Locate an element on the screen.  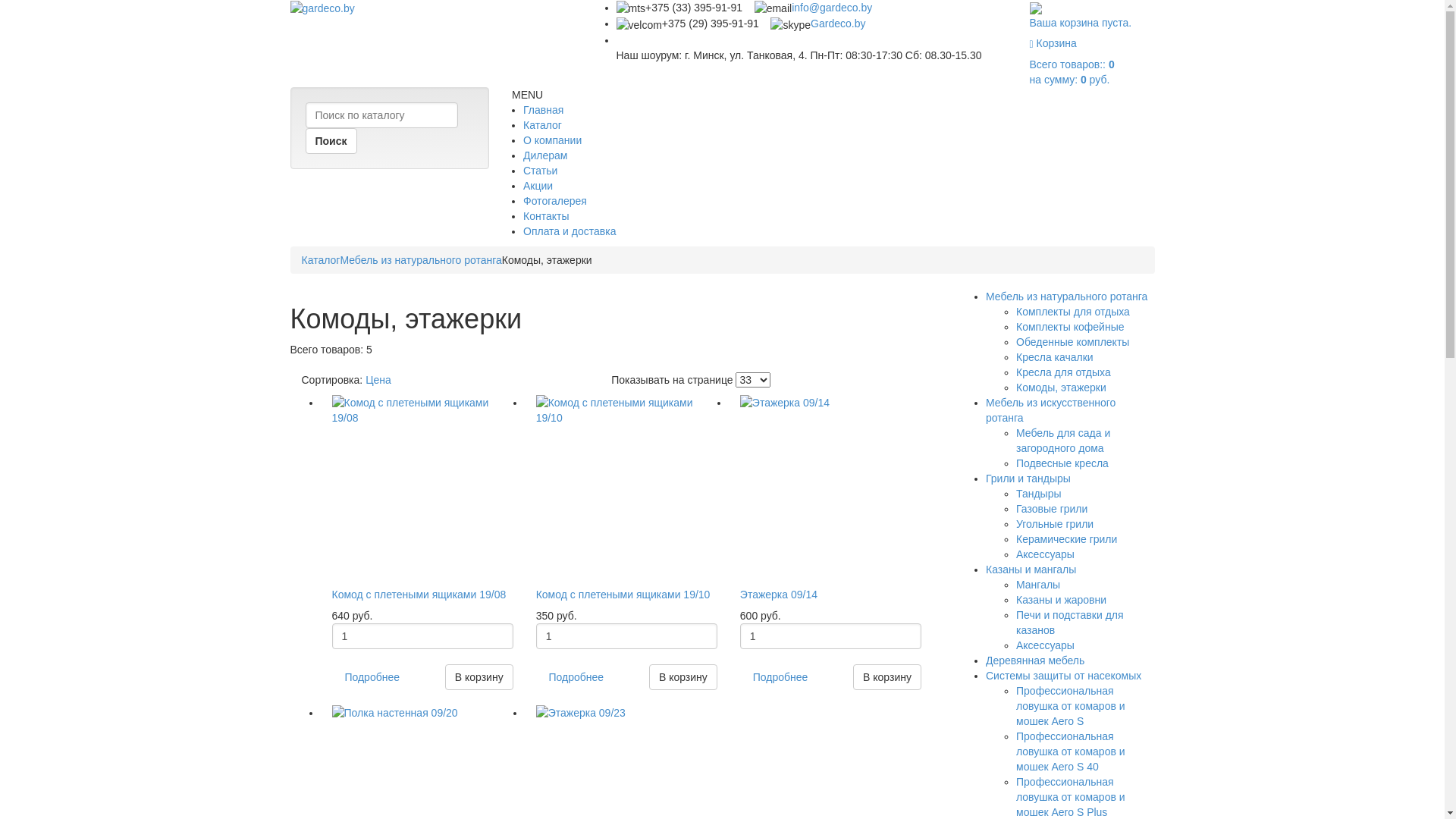
'info@gardeco.by' is located at coordinates (790, 8).